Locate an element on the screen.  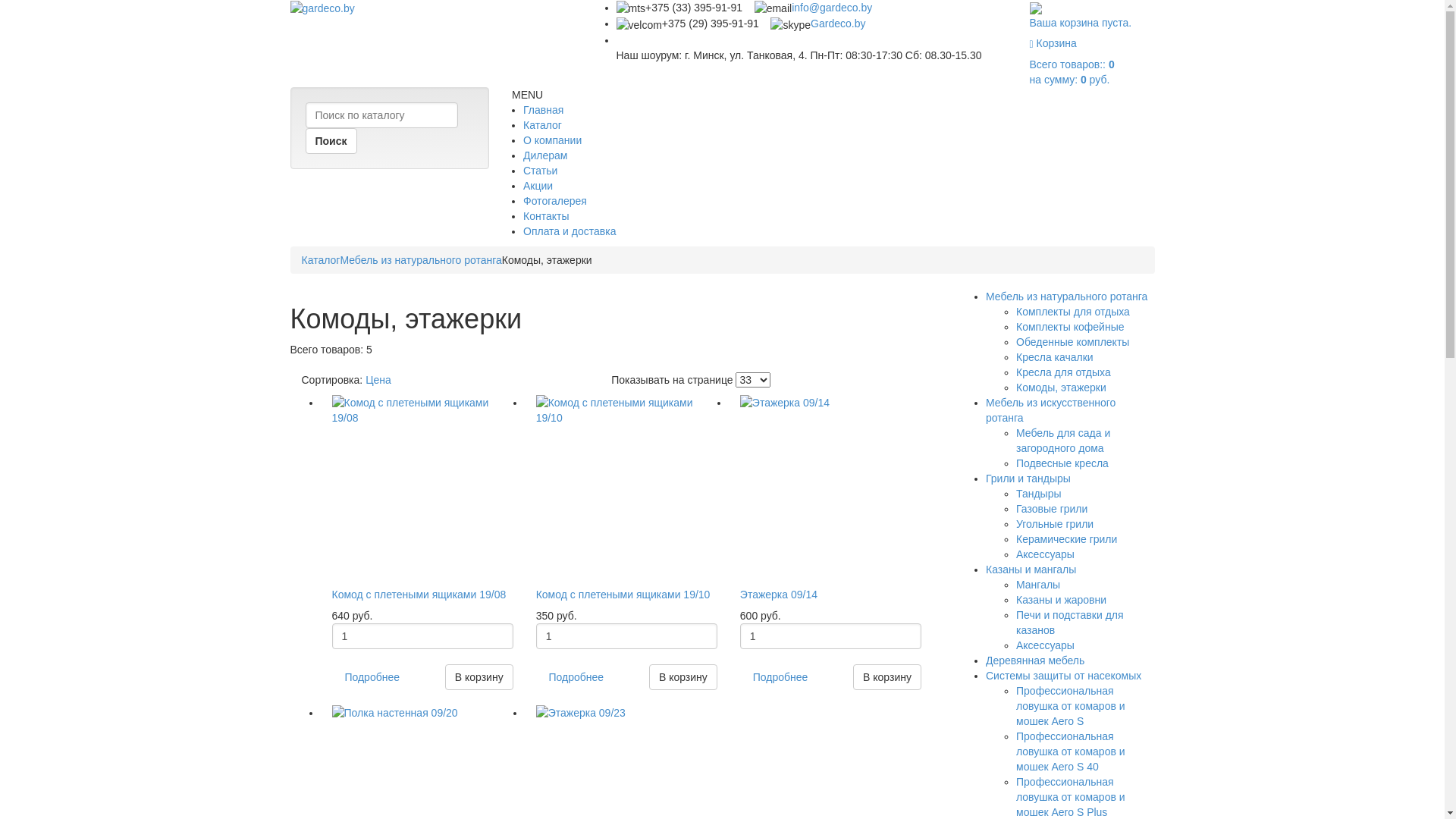
'info@gardeco.by' is located at coordinates (790, 8).